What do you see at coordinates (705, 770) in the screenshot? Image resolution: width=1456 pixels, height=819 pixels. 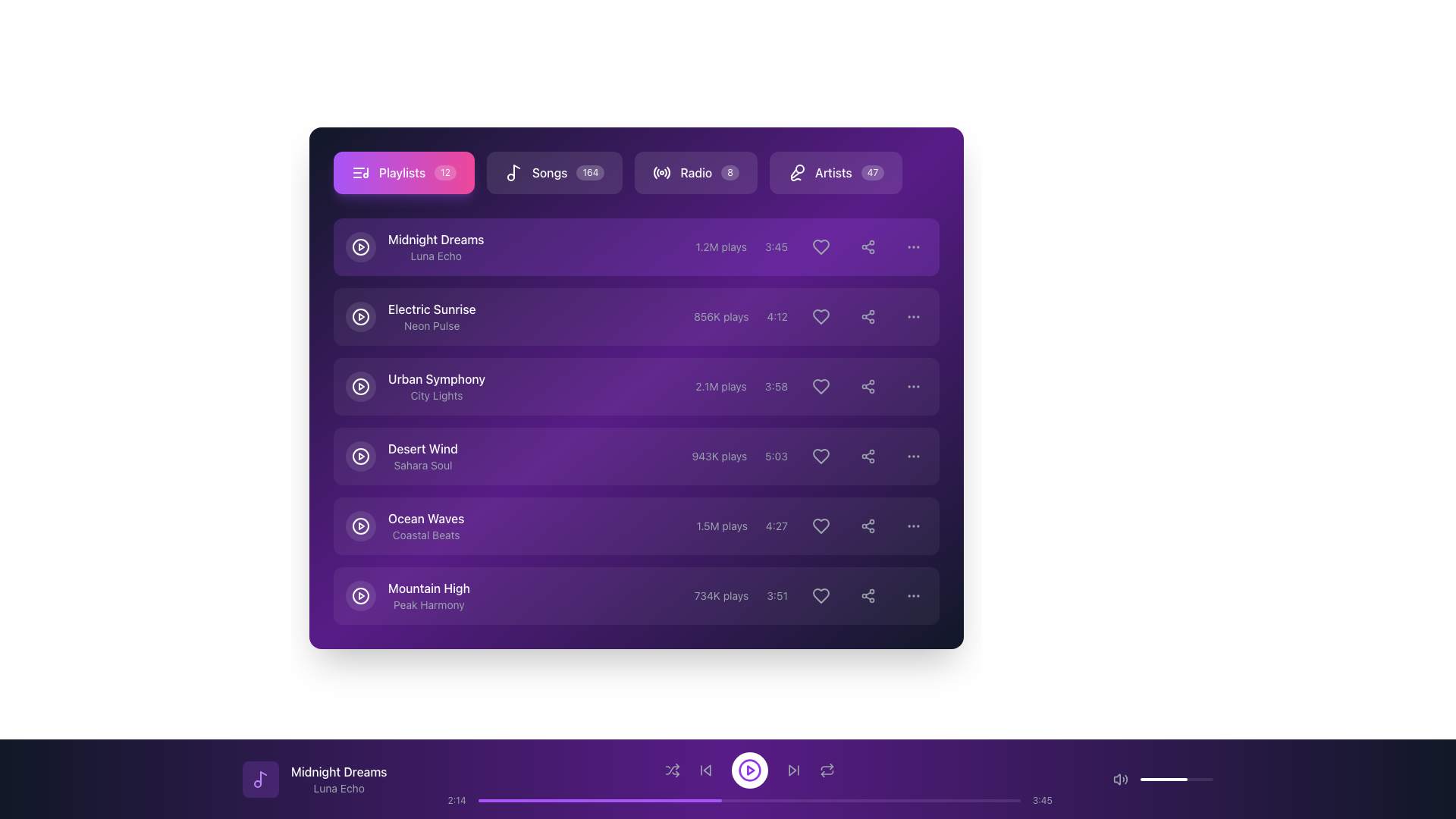 I see `the 'skip back' button located in the bottom control panel of the music player interface, which is the second button from the left, to skip to the previous track` at bounding box center [705, 770].